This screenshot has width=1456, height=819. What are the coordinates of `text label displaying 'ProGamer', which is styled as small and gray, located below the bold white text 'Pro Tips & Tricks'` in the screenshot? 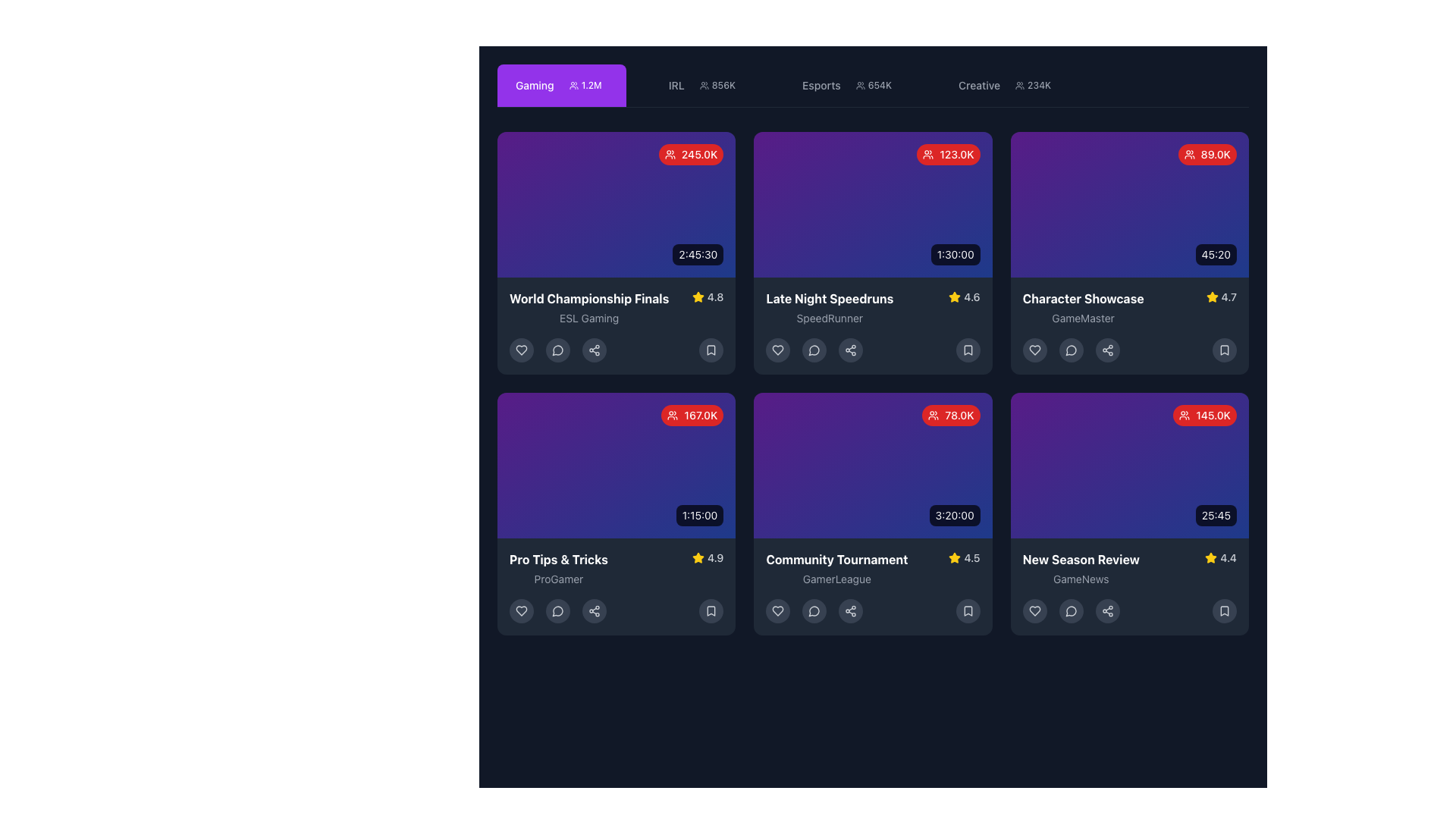 It's located at (557, 579).